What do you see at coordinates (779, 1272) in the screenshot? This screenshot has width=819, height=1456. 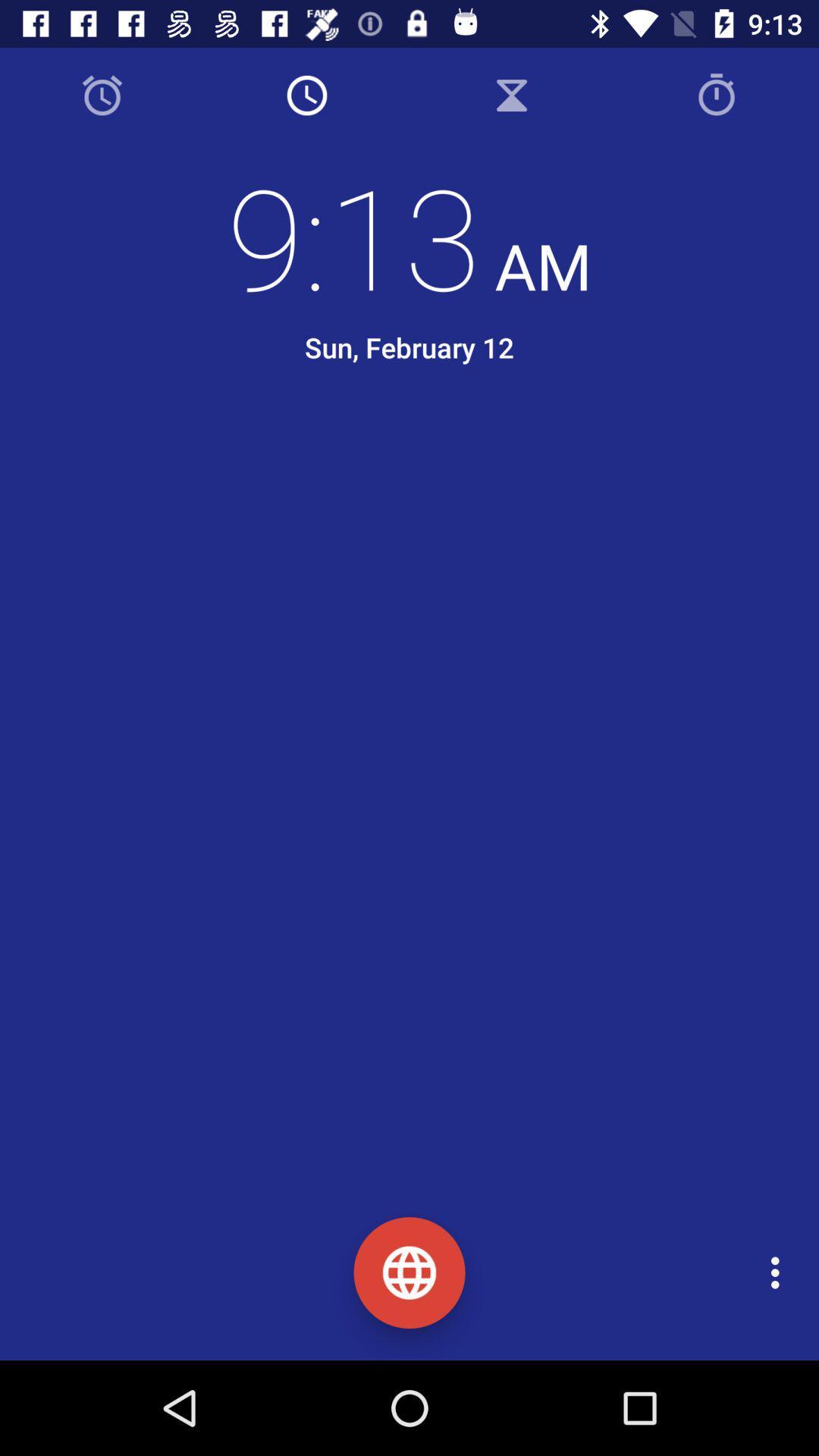 I see `the more icon` at bounding box center [779, 1272].